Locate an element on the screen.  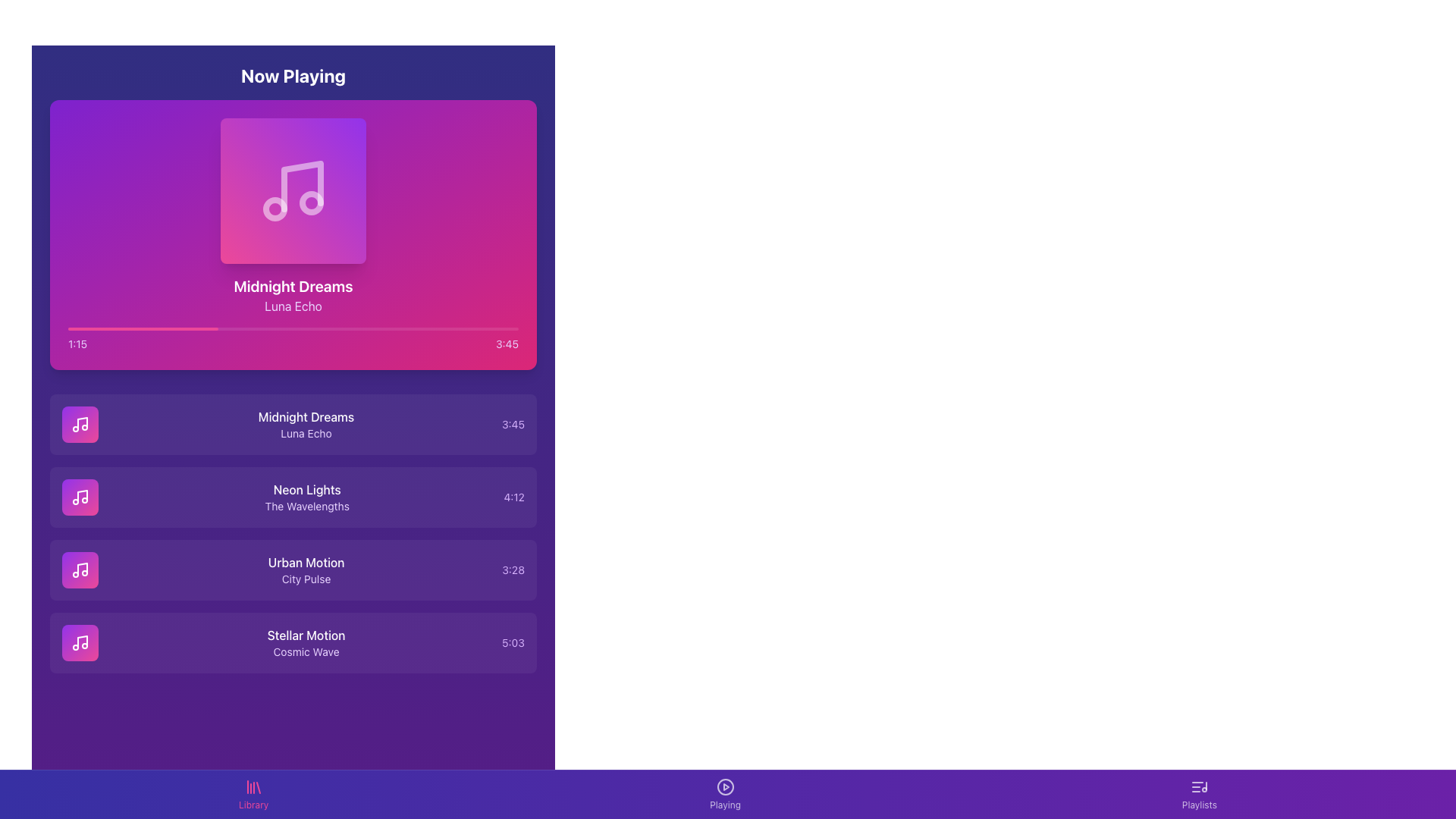
the central musical note graphic of the first song in the playlist is located at coordinates (79, 424).